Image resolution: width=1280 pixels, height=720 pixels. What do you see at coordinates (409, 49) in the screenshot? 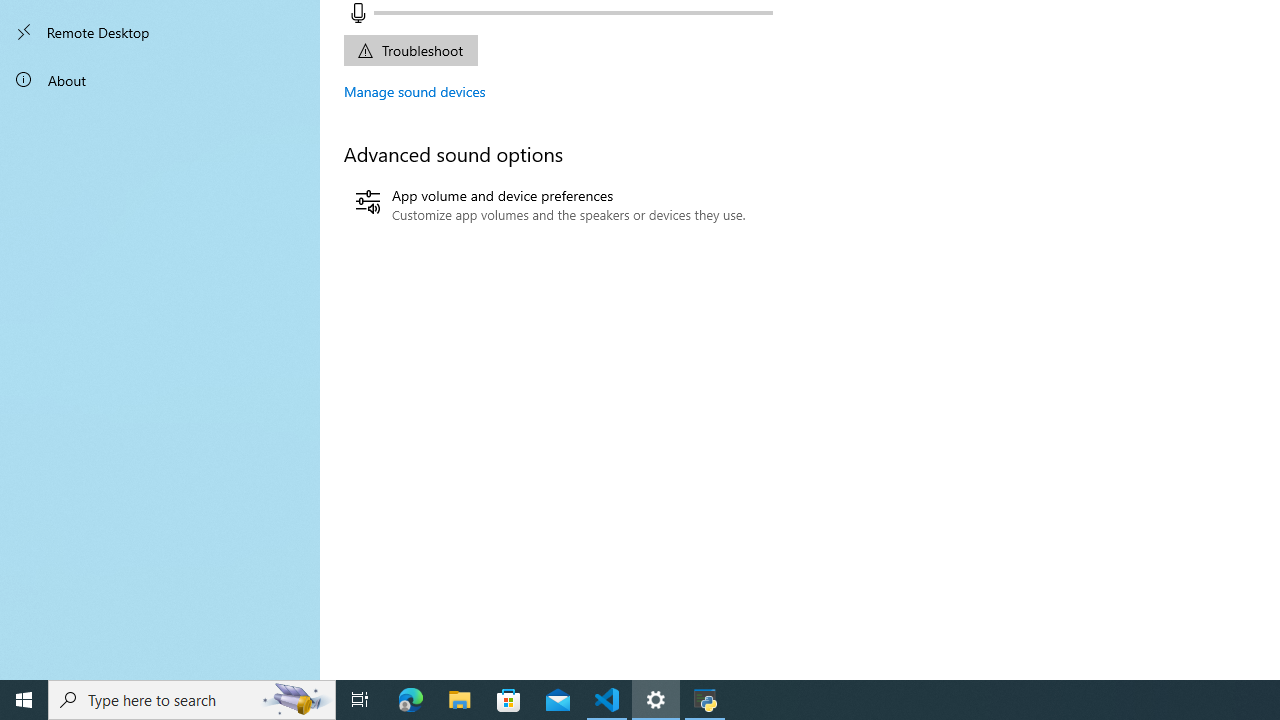
I see `'Input device troubleshoot'` at bounding box center [409, 49].